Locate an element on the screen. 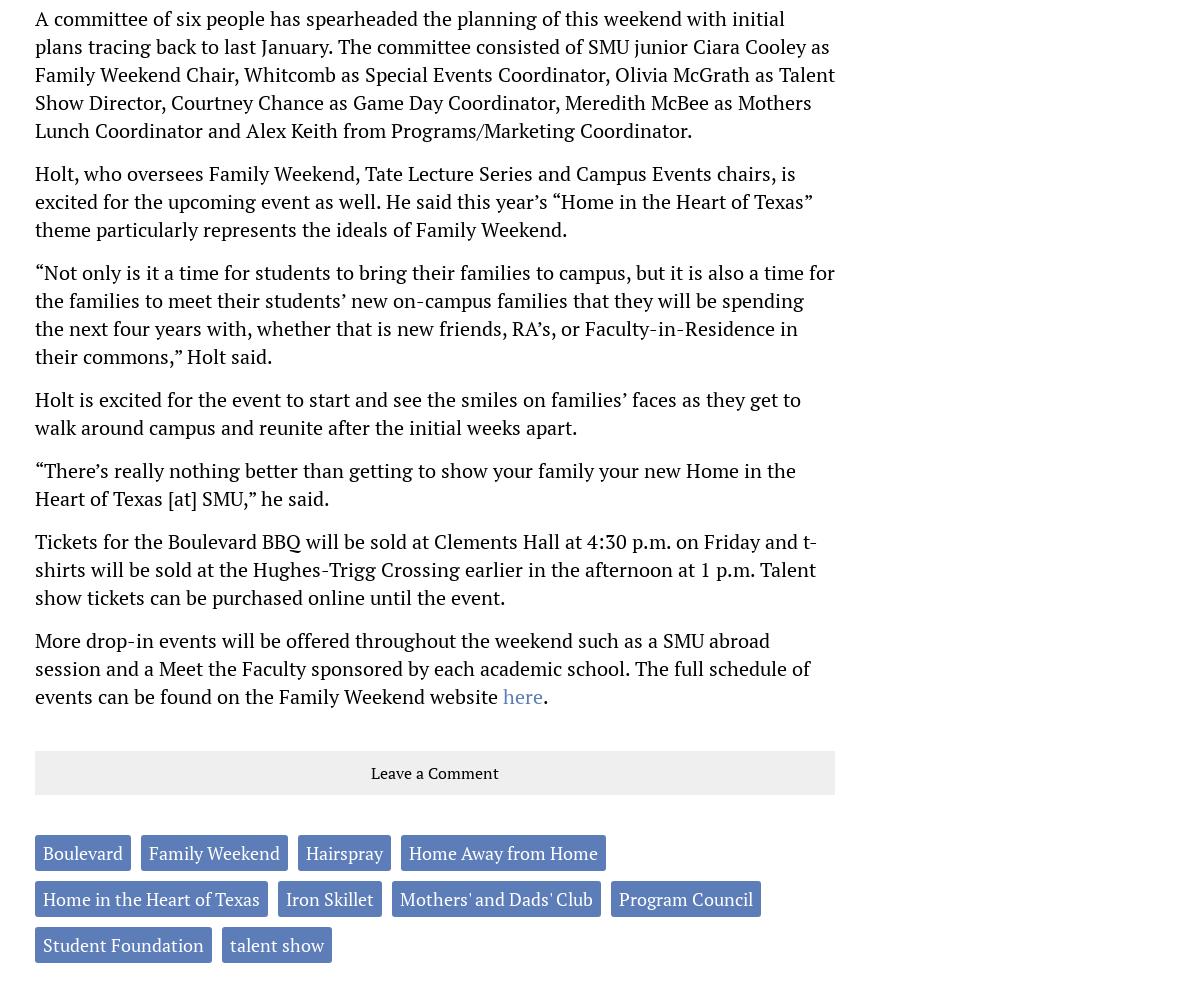 Image resolution: width=1180 pixels, height=999 pixels. 'Student Foundation' is located at coordinates (122, 943).